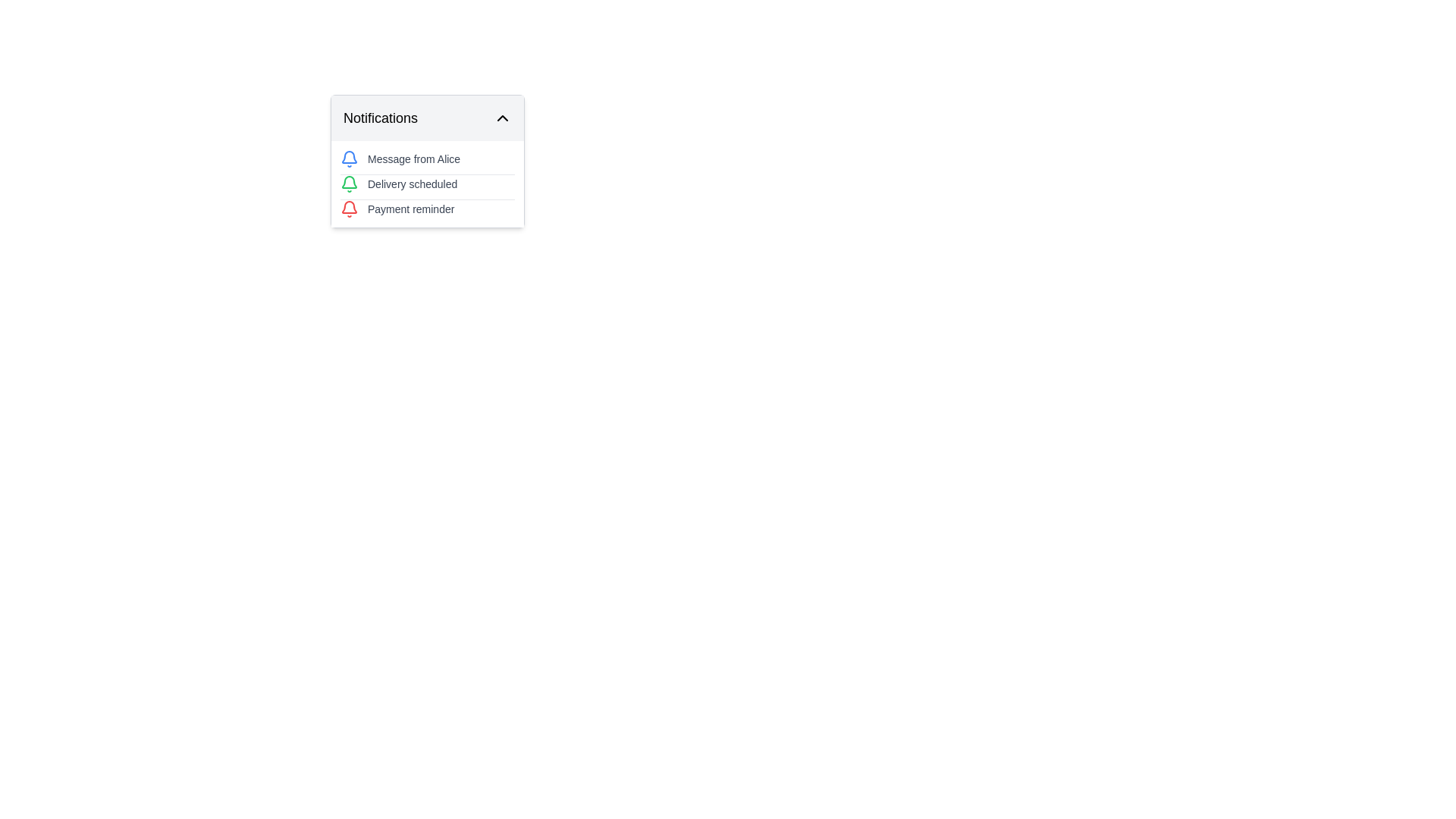  I want to click on the chevron icon at the top-right corner of the notifications section, so click(502, 117).